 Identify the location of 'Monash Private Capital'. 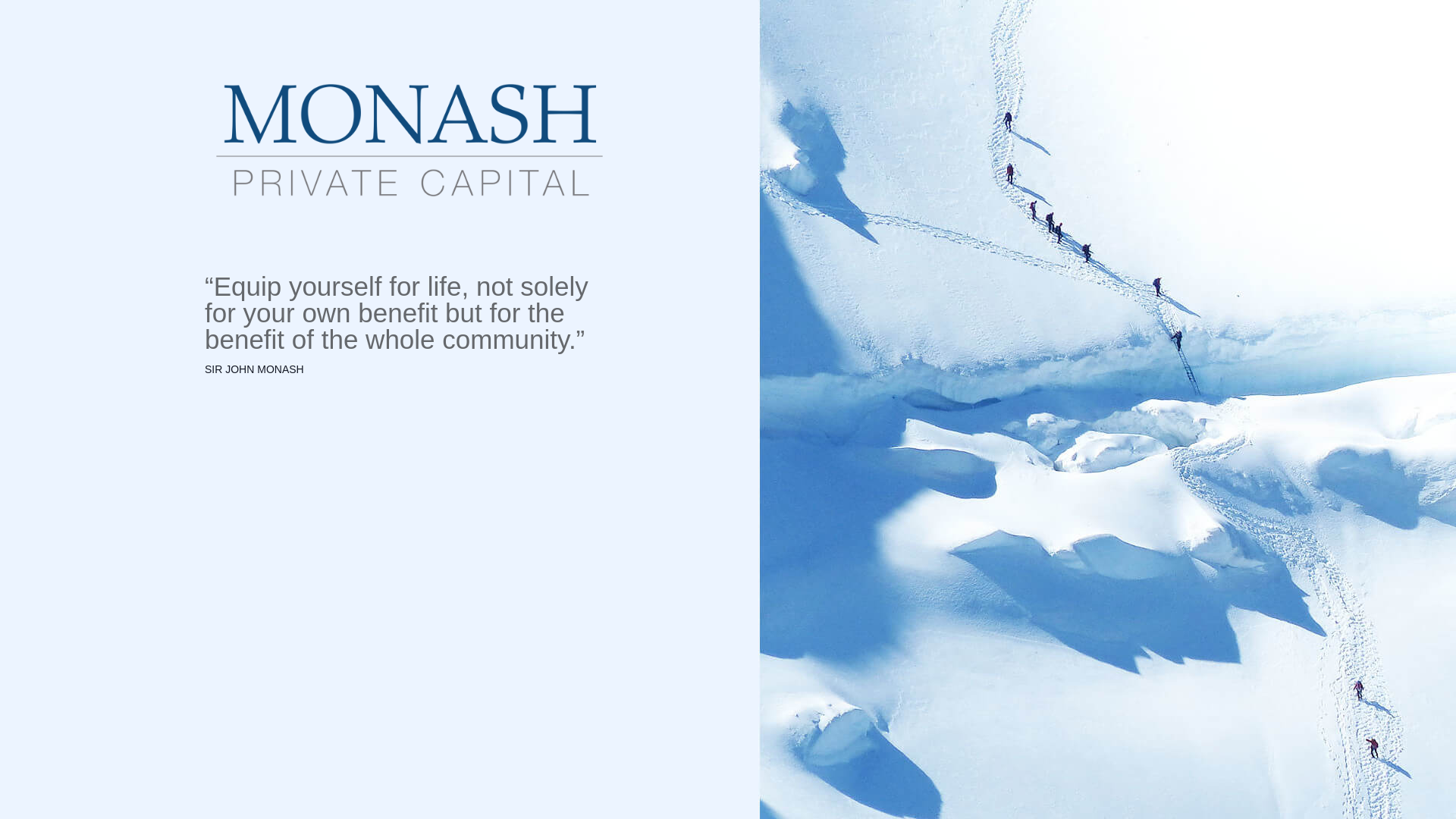
(409, 140).